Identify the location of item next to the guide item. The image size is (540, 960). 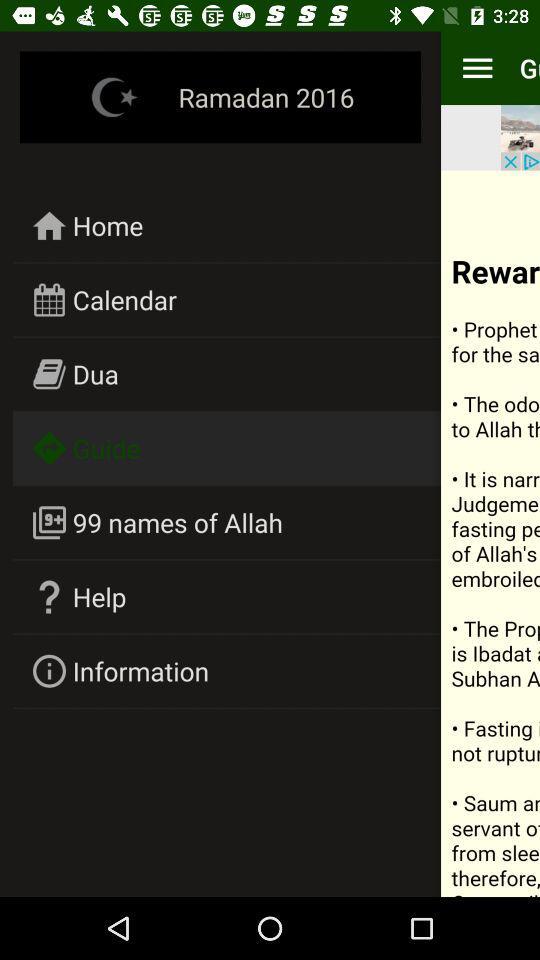
(476, 68).